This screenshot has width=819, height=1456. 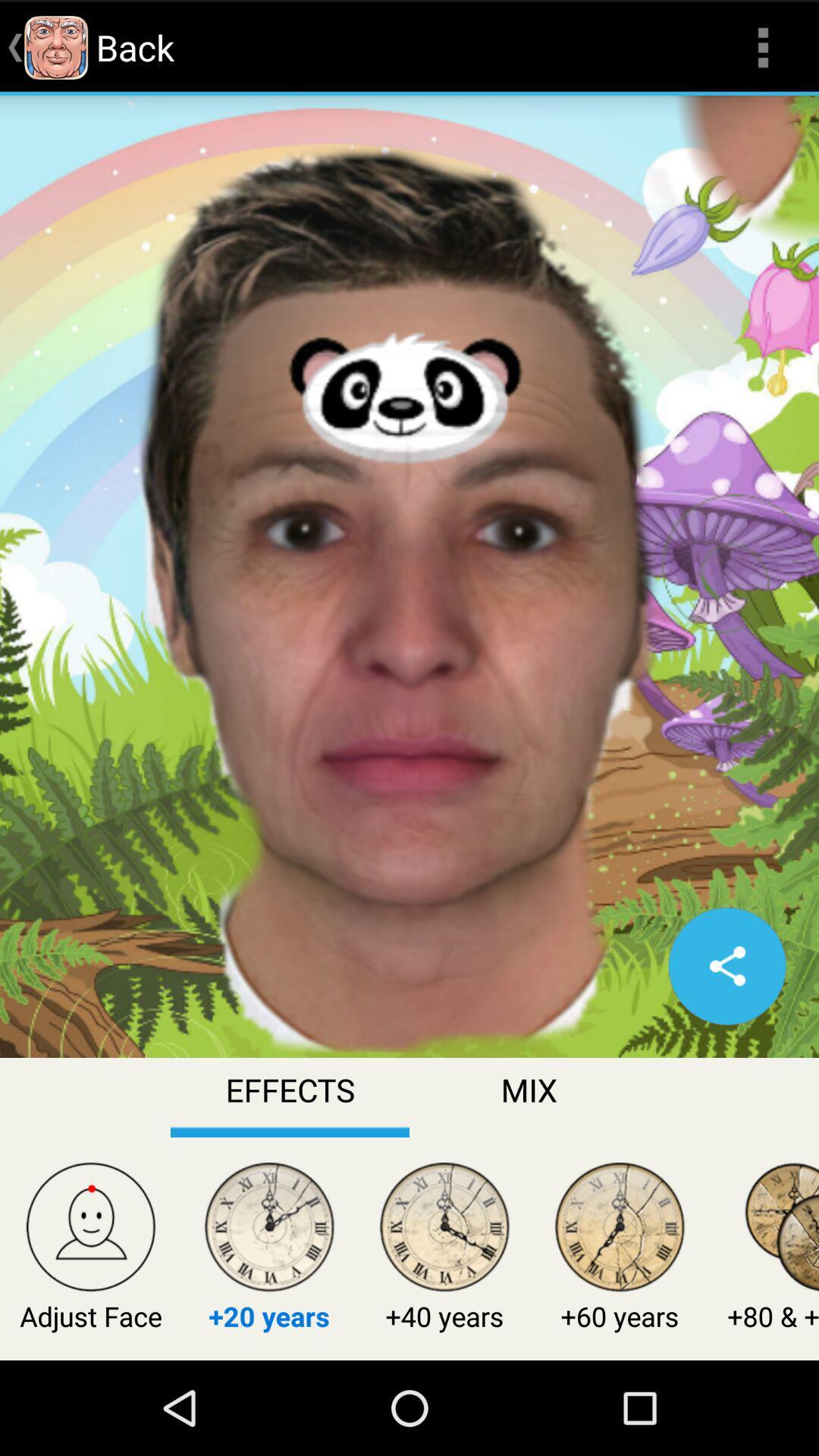 I want to click on the button left to mix, so click(x=290, y=1097).